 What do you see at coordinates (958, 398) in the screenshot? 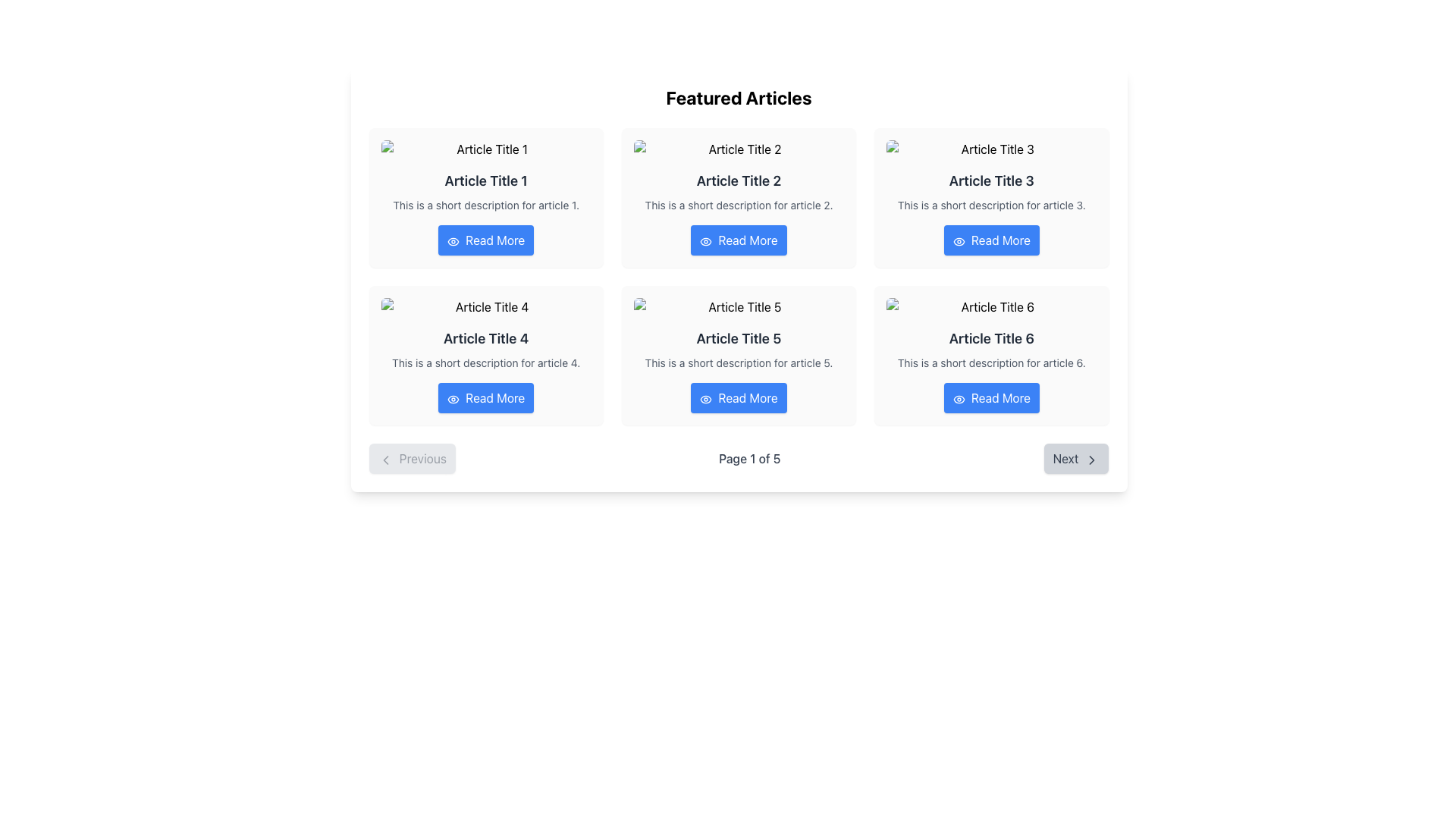
I see `the eye icon part of the 'Read More' button under 'Article Title 6' to invoke the associated action` at bounding box center [958, 398].